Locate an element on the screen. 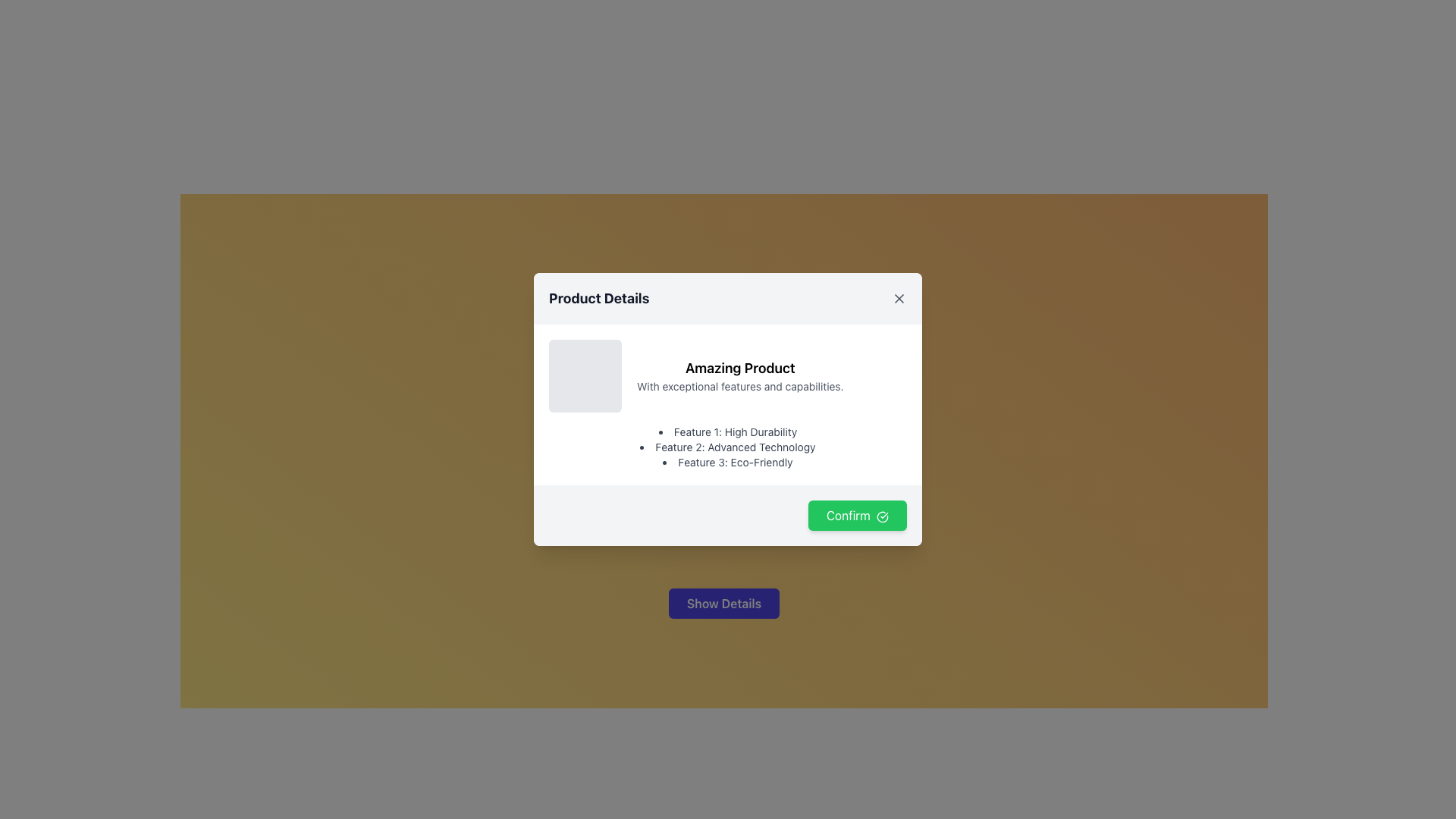 The height and width of the screenshot is (819, 1456). the bulleted list of product features located within the modal dialog beneath the 'Amazing Product' title is located at coordinates (728, 447).